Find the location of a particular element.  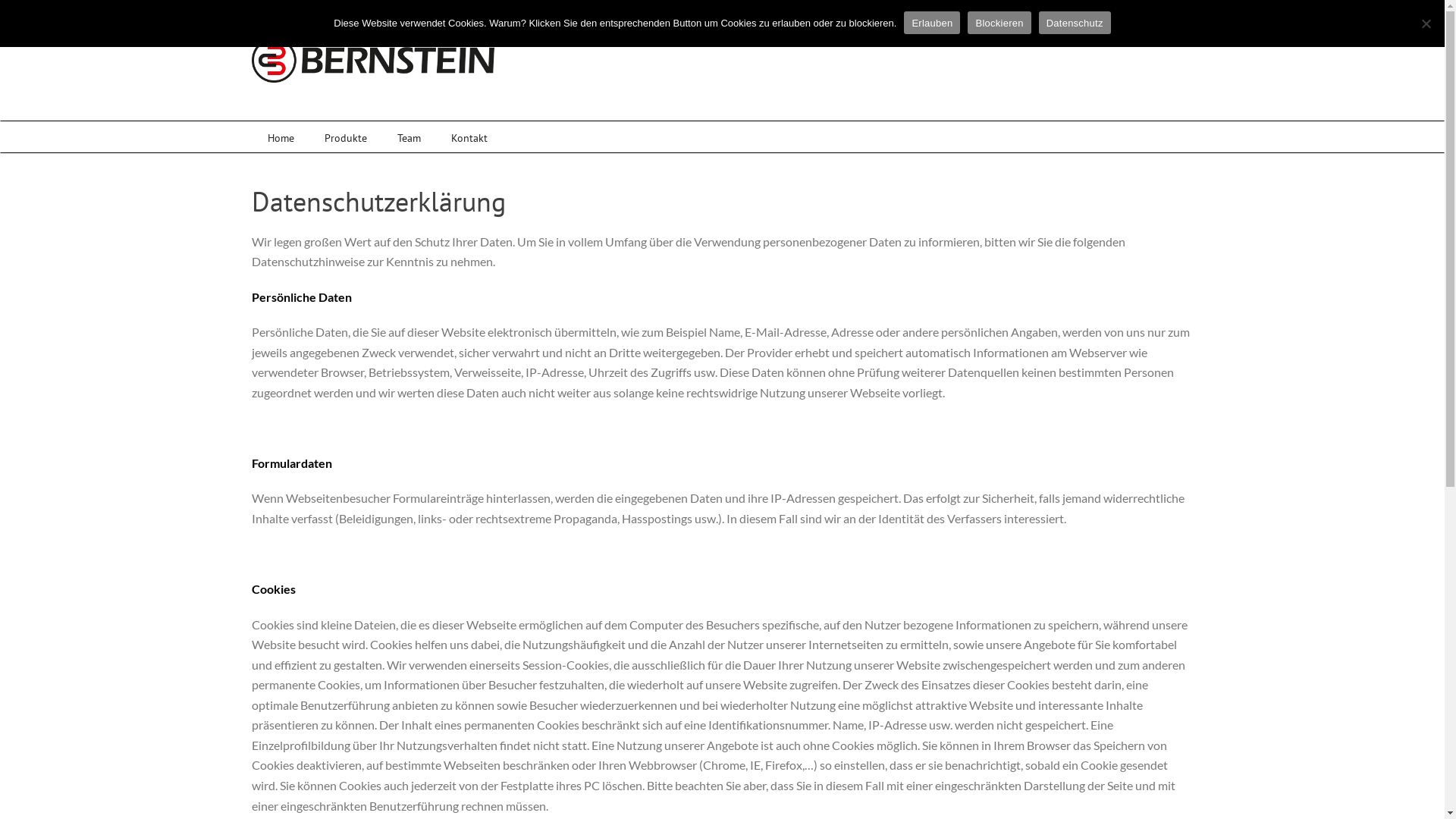

'Datenschutz' is located at coordinates (1074, 23).